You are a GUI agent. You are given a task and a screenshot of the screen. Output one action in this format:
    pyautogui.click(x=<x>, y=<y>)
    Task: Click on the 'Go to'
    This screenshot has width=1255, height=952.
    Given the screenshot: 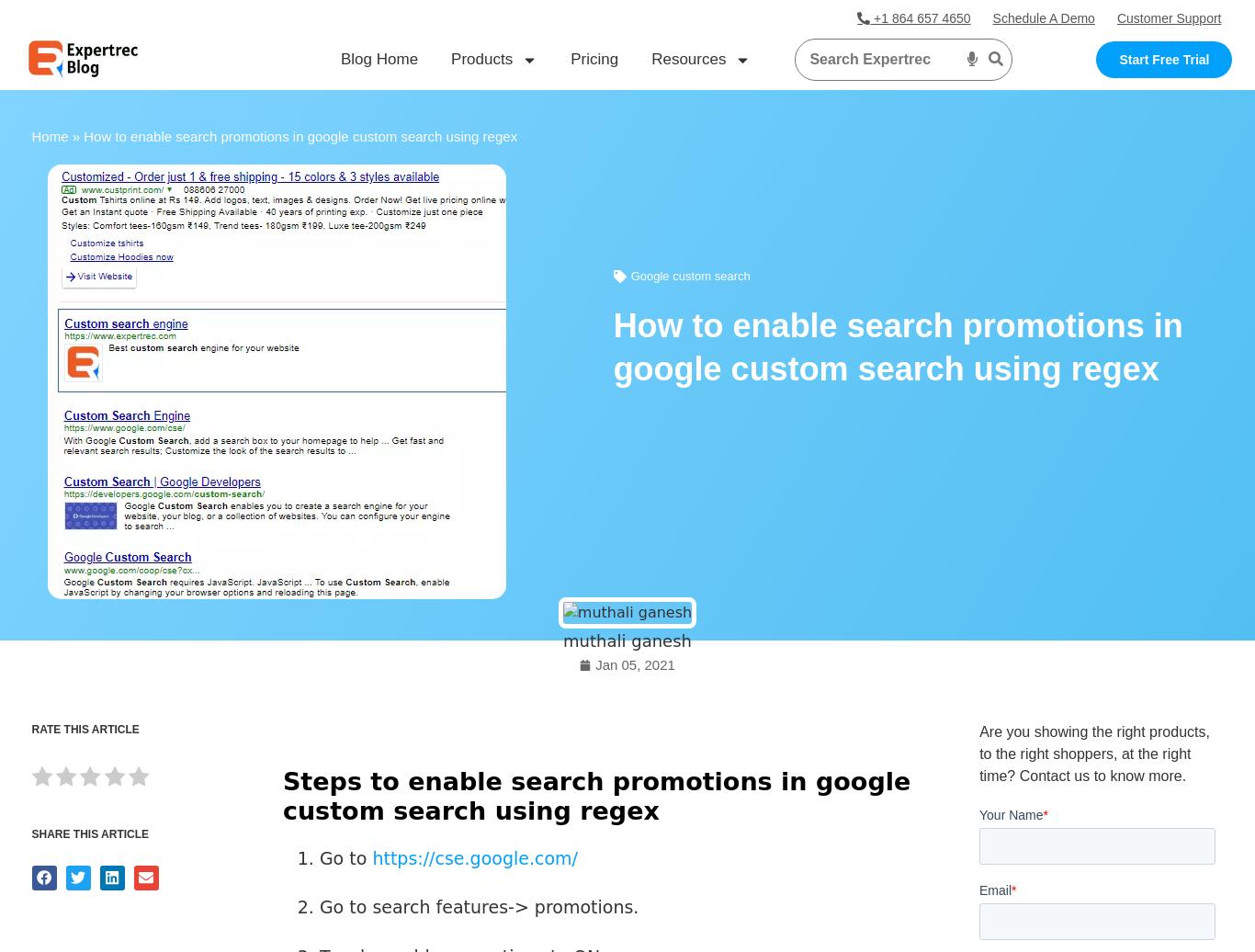 What is the action you would take?
    pyautogui.click(x=345, y=857)
    